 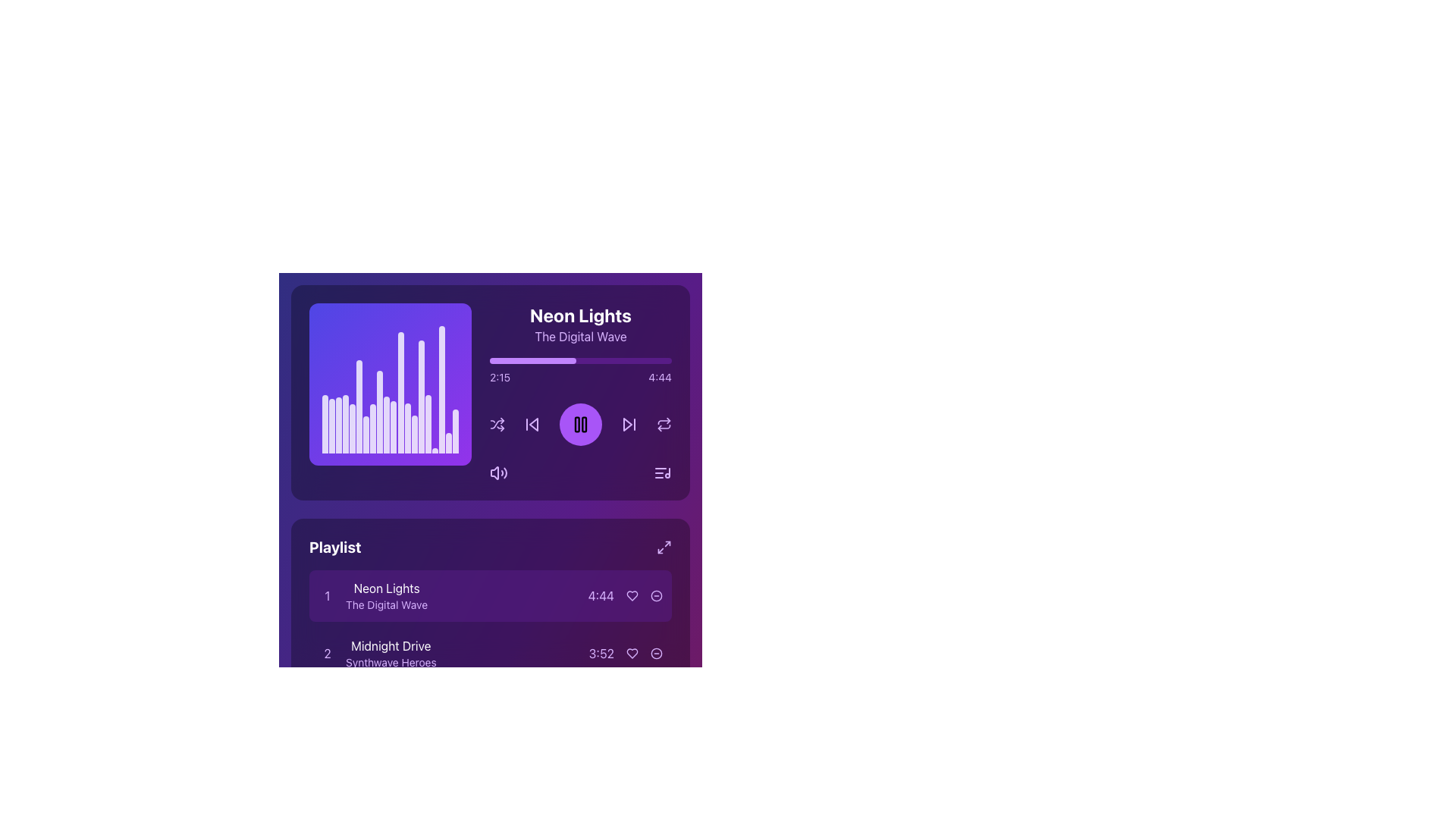 I want to click on the progress bar with a purple background, located beneath the title 'Neon Lights' and 'The Digital Wave', so click(x=580, y=371).